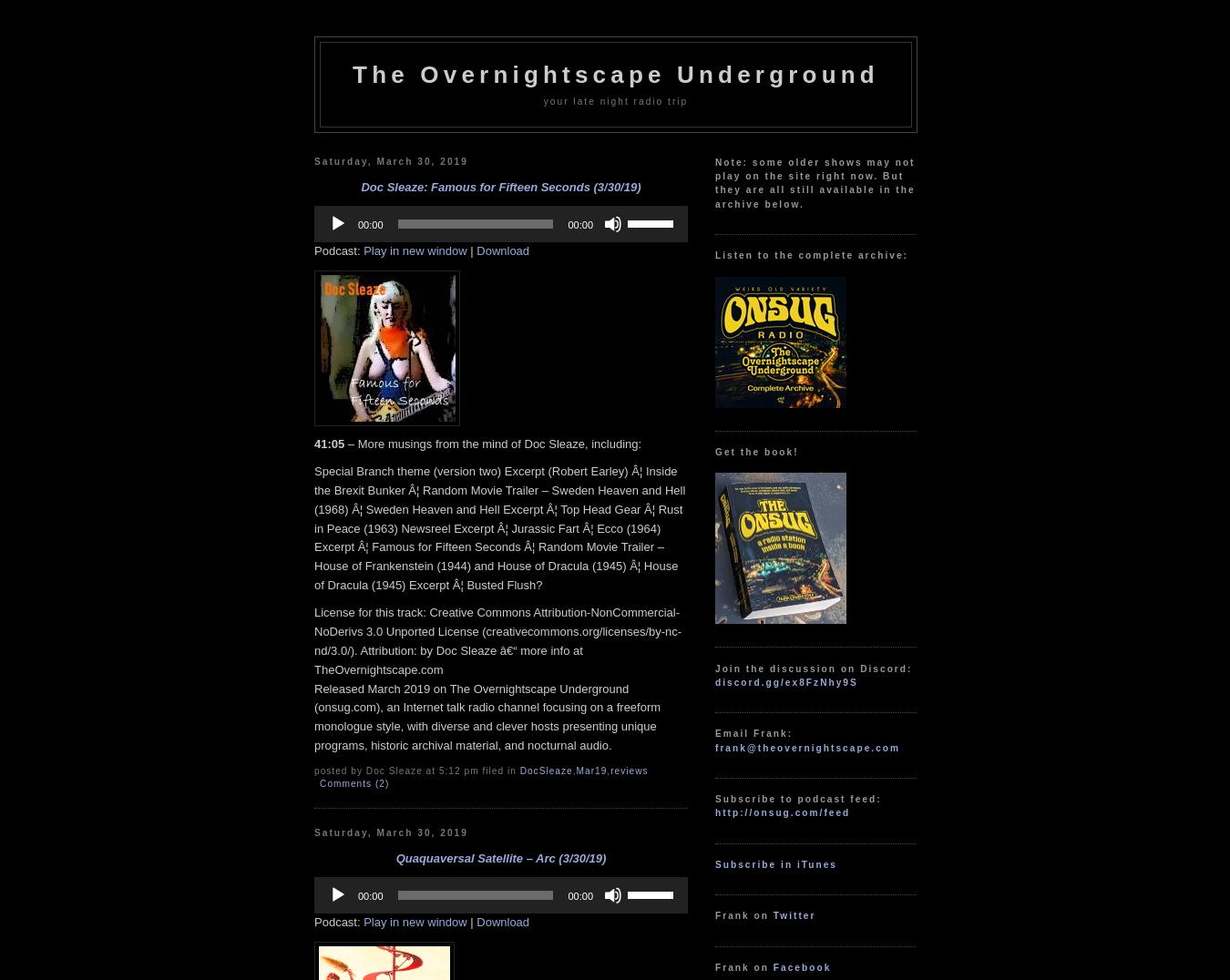  What do you see at coordinates (756, 451) in the screenshot?
I see `'Get the book!'` at bounding box center [756, 451].